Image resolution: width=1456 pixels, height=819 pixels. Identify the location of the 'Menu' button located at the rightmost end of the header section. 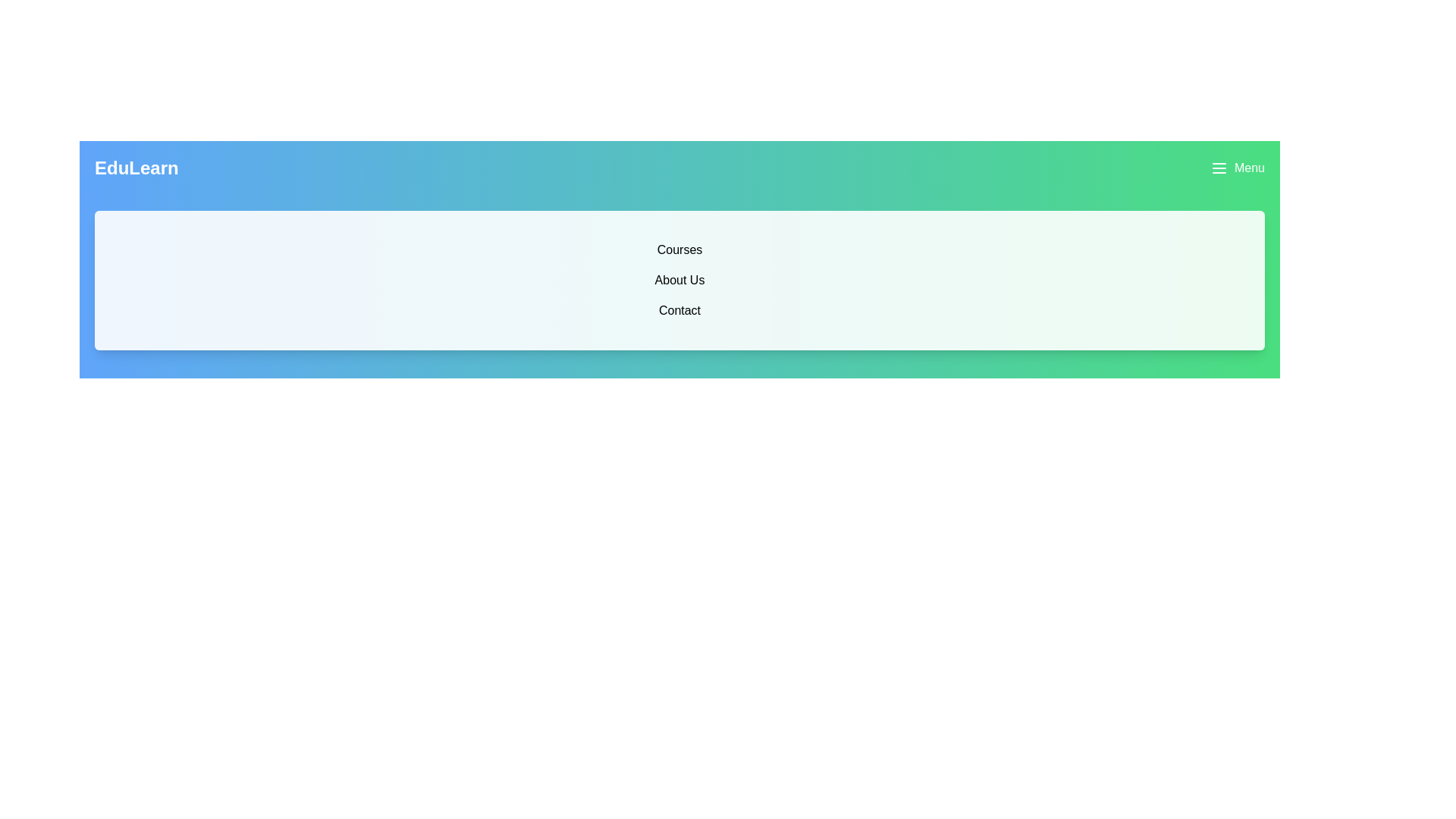
(1238, 168).